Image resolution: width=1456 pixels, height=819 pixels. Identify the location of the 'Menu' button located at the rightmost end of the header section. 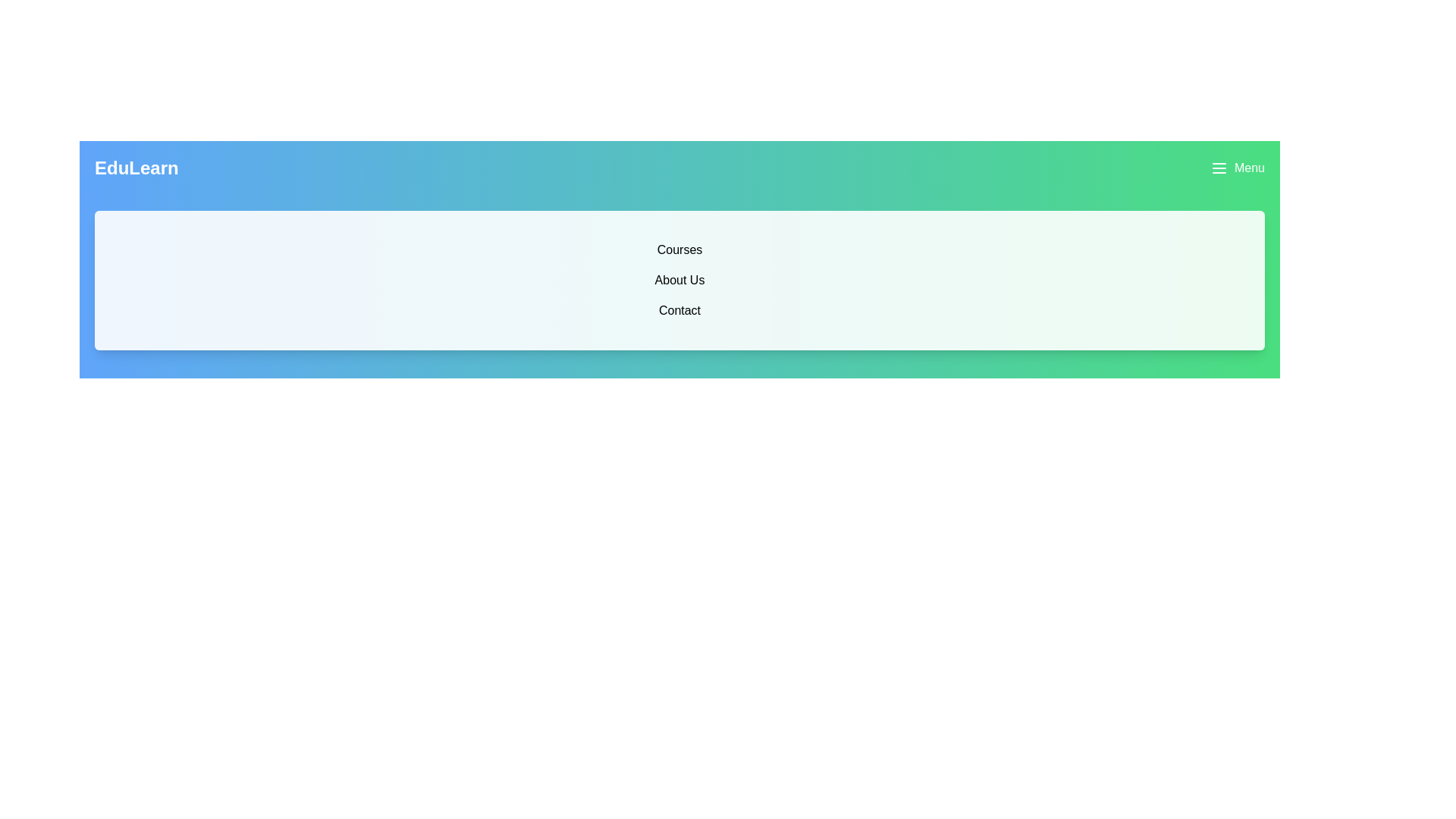
(1238, 168).